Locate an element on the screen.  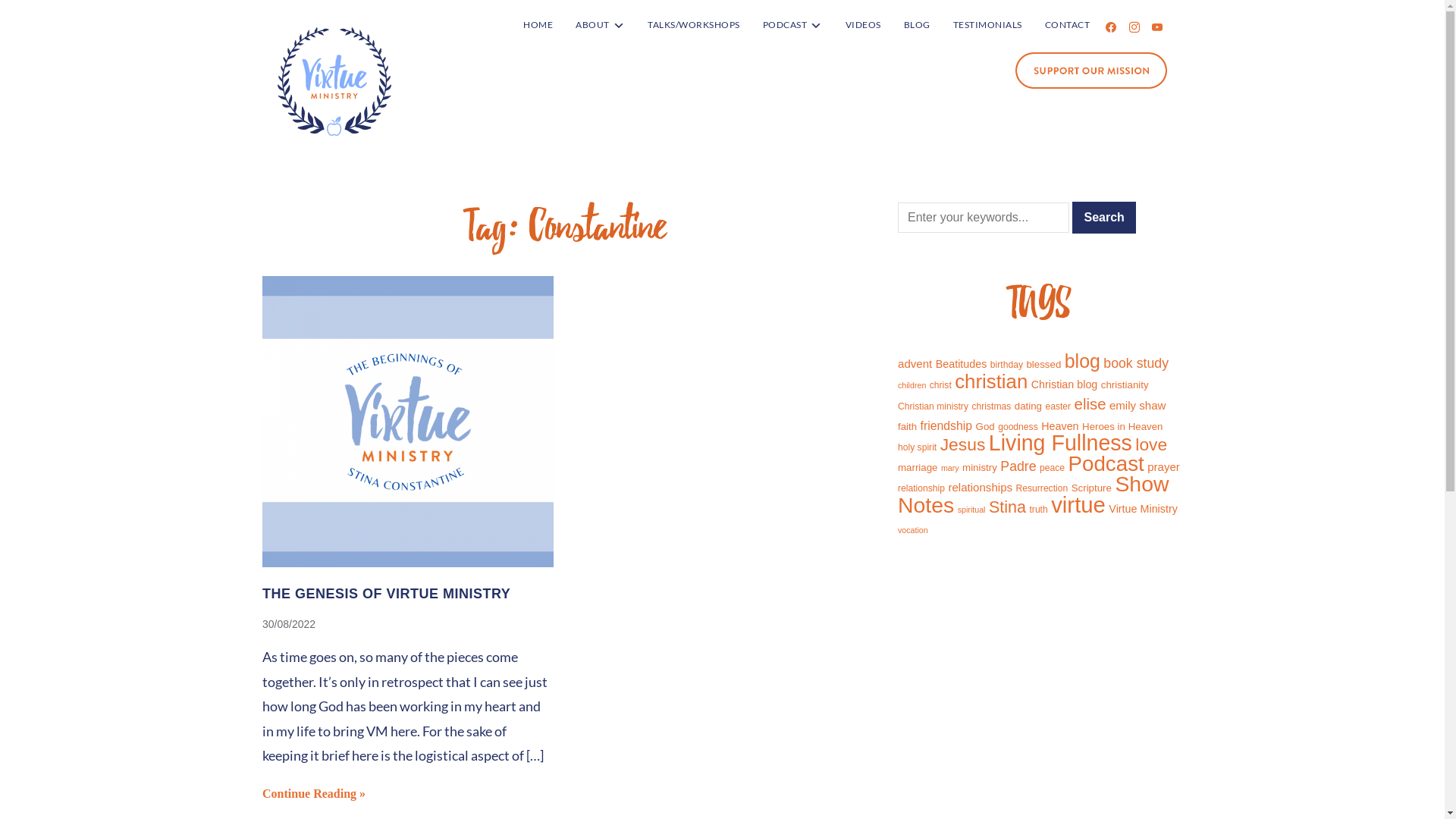
'vocation' is located at coordinates (912, 529).